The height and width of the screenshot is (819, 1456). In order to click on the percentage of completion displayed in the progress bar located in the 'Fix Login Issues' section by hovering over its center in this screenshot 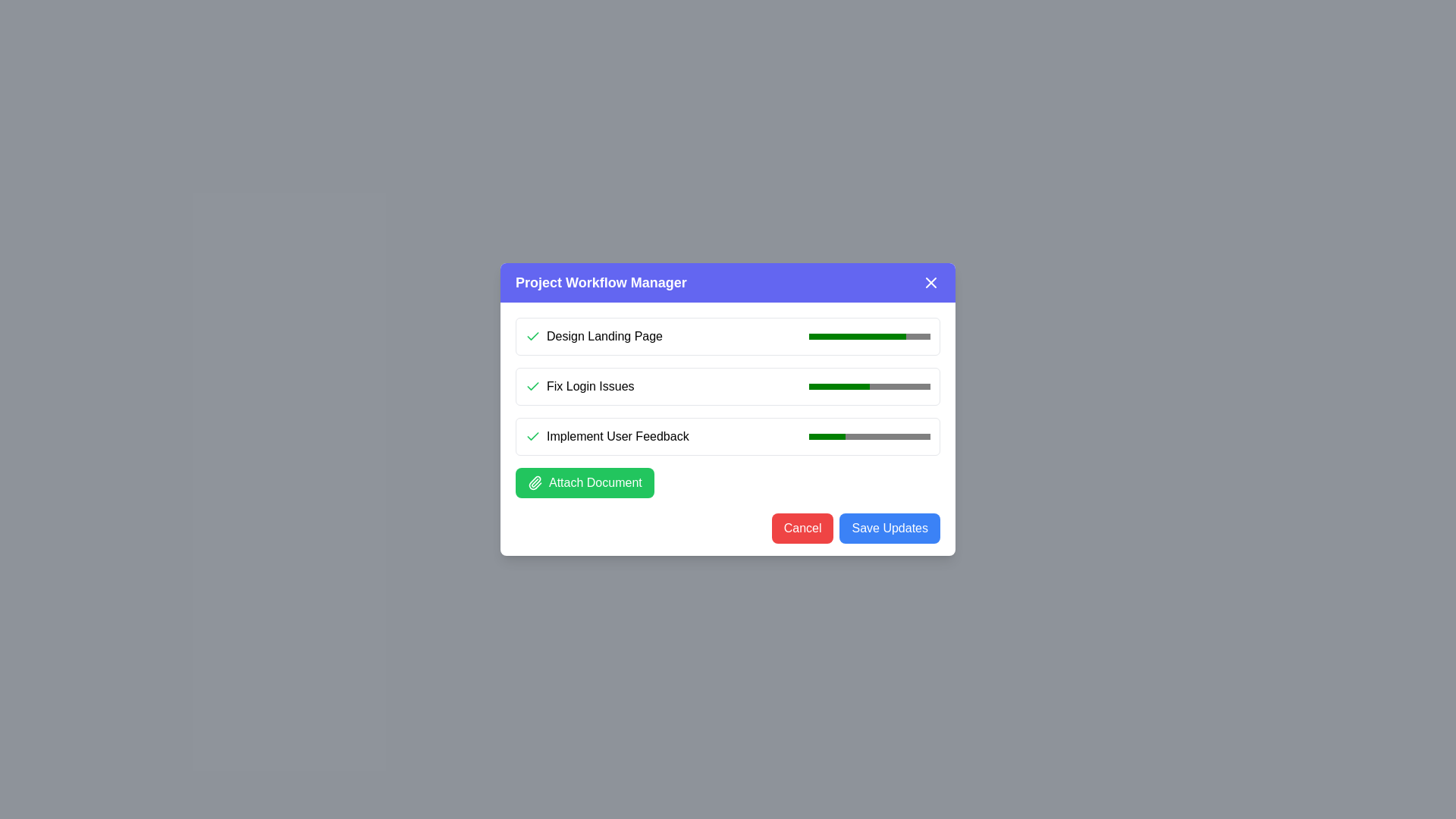, I will do `click(870, 385)`.